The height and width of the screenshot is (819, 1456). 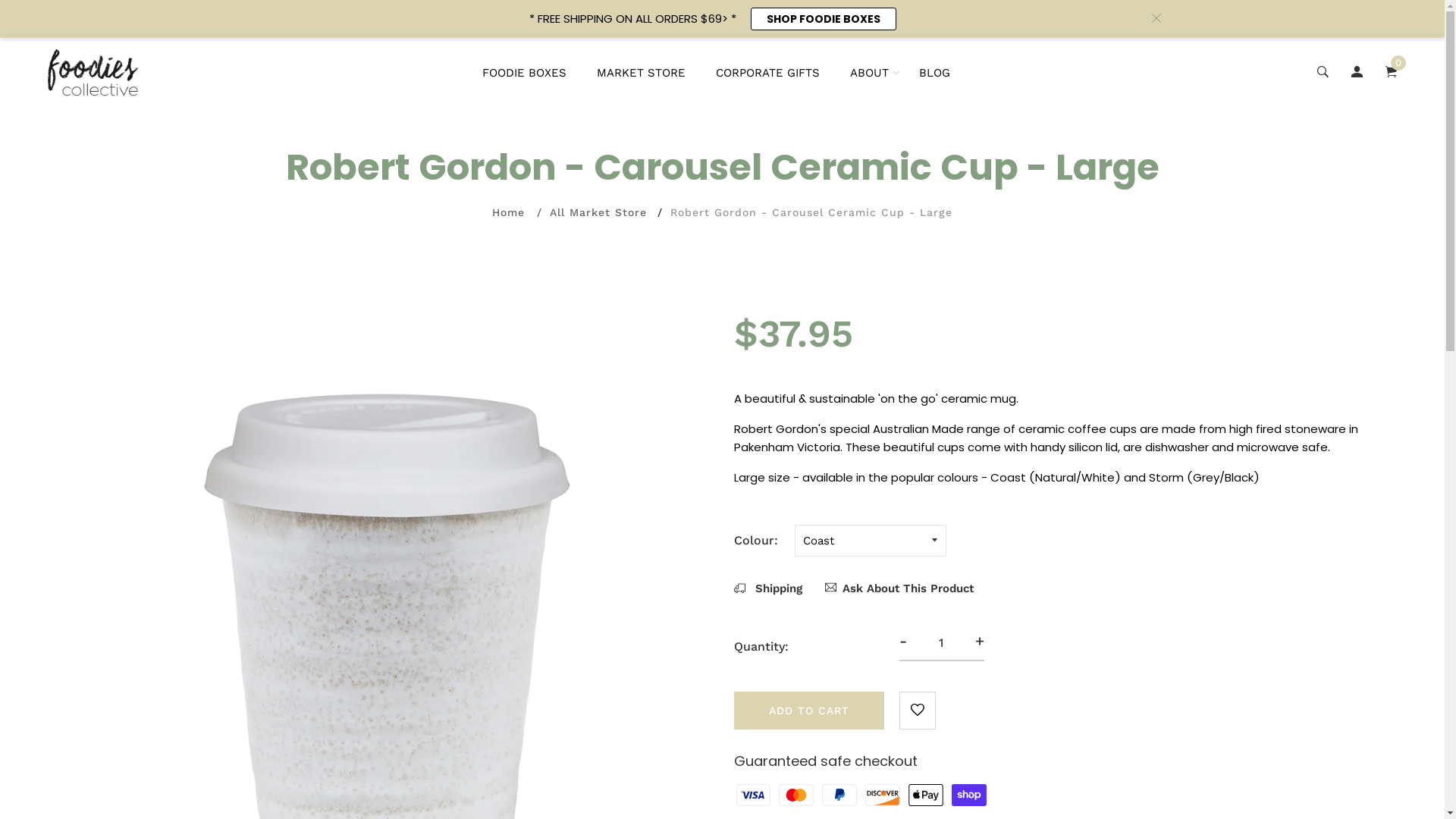 I want to click on '+', so click(x=979, y=640).